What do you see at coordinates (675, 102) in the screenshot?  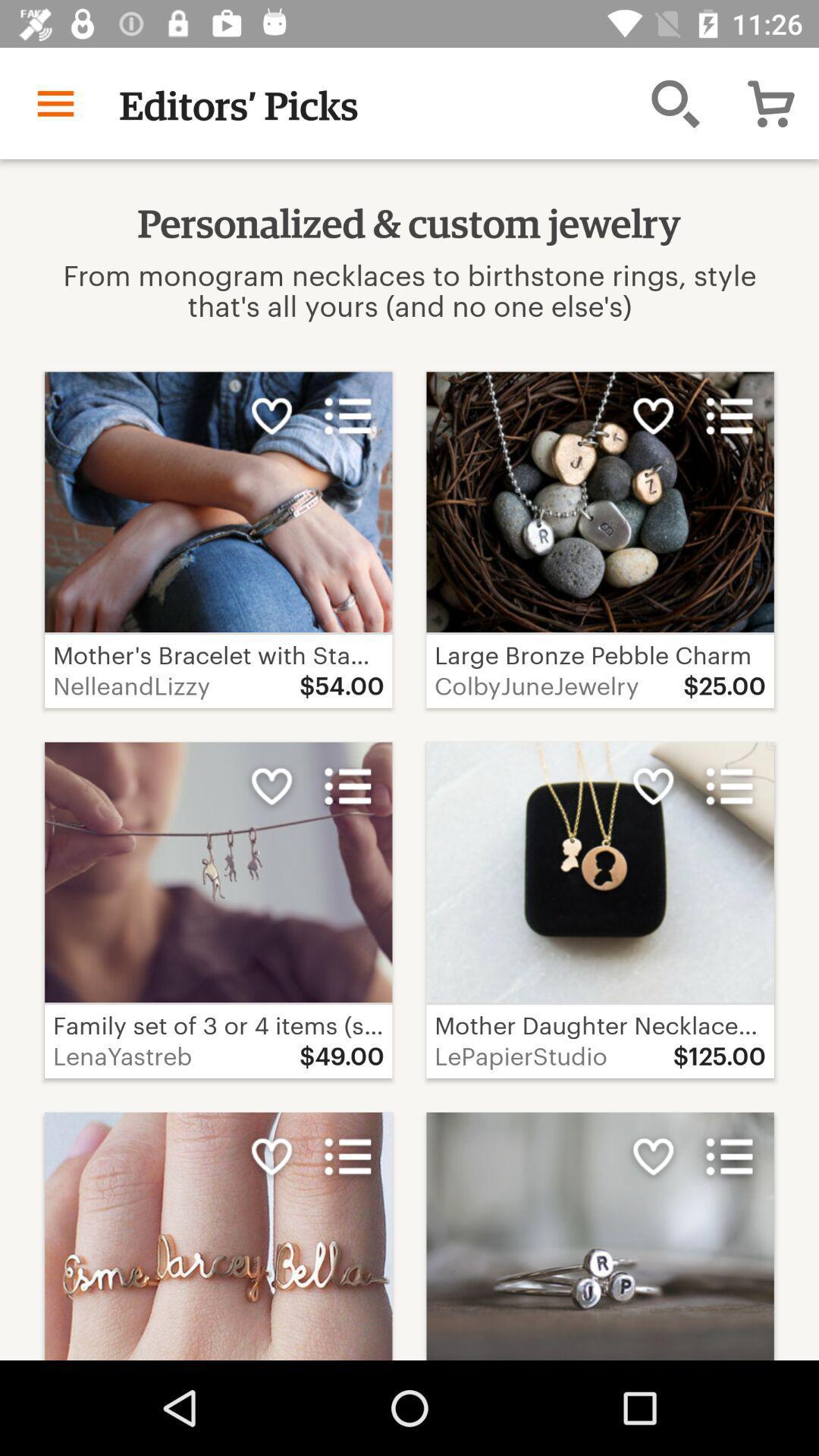 I see `the icon above the personalized & custom jewelry item` at bounding box center [675, 102].